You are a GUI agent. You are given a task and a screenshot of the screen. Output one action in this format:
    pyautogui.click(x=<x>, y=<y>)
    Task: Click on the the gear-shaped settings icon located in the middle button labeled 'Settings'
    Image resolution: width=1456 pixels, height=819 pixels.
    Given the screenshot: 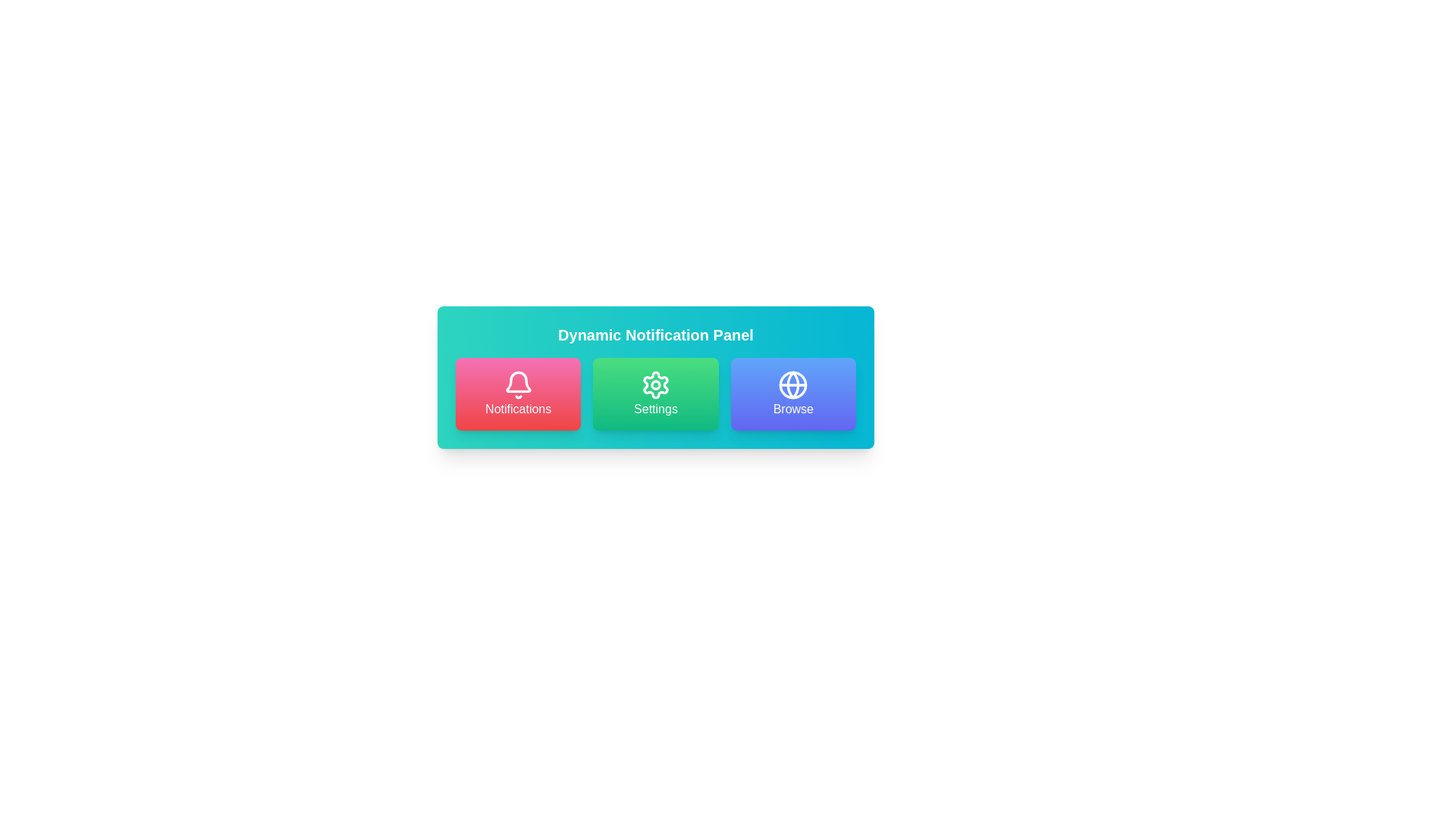 What is the action you would take?
    pyautogui.click(x=655, y=384)
    